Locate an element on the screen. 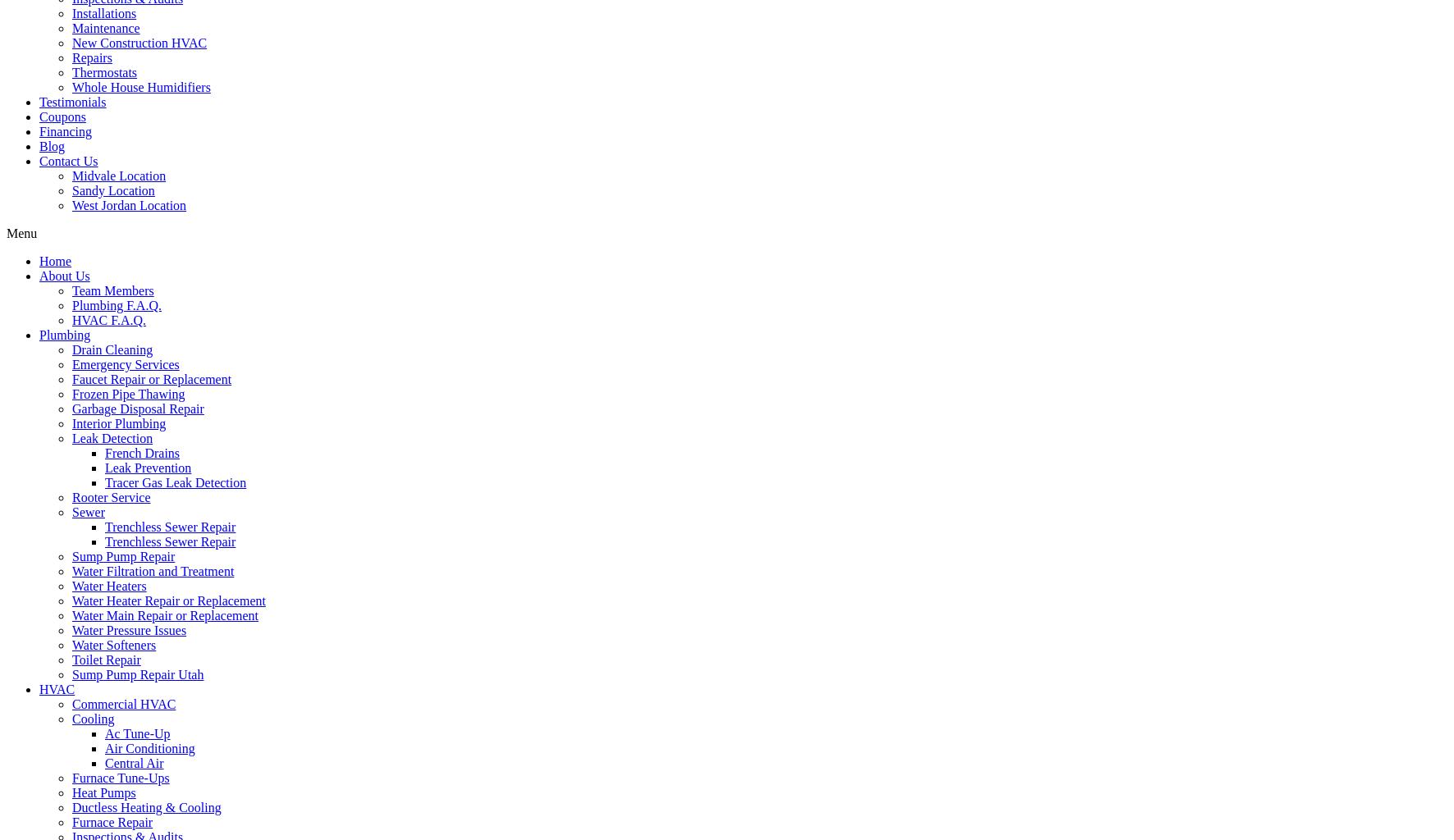 The image size is (1454, 840). 'Testimonials' is located at coordinates (71, 101).